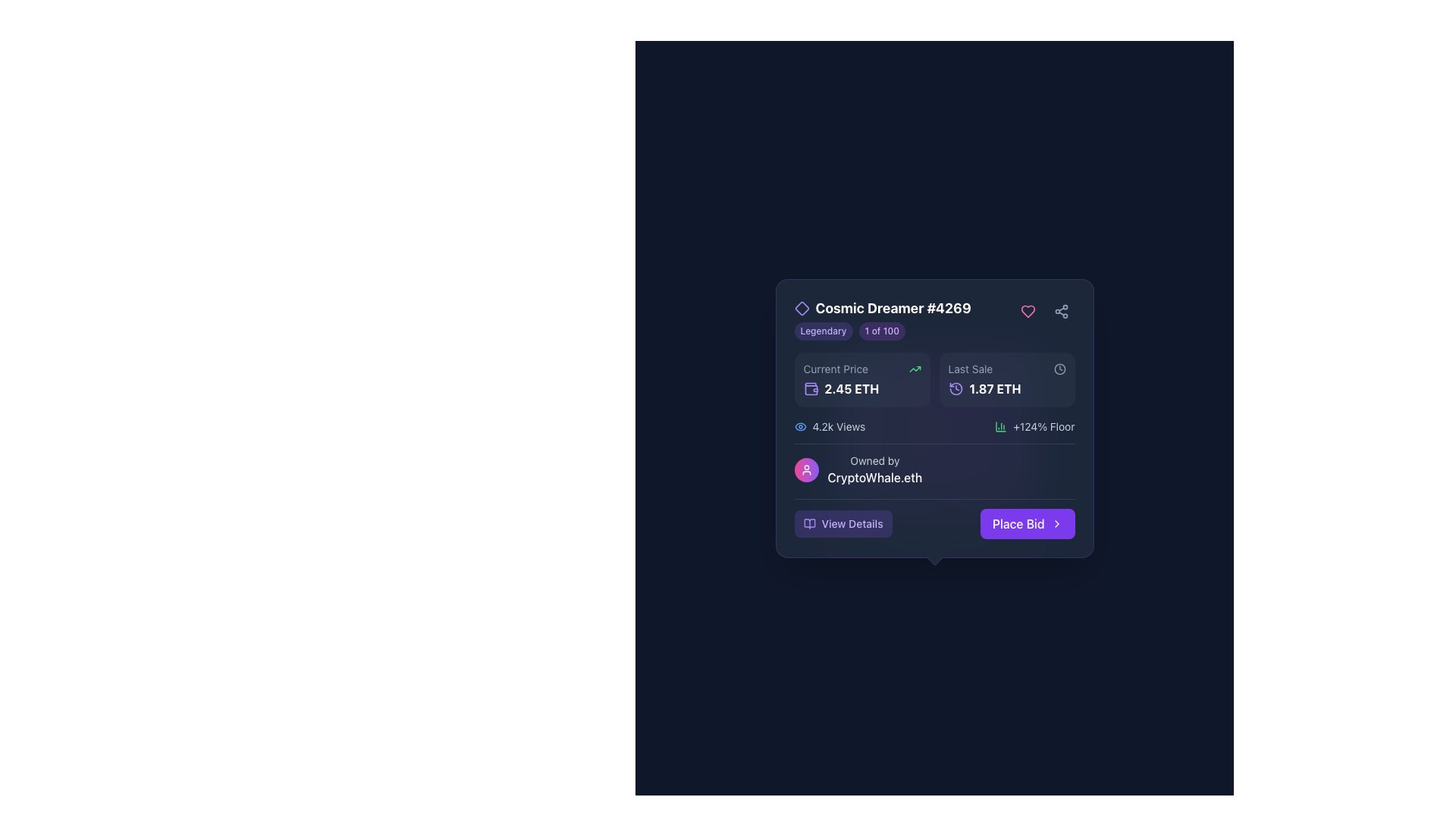 The height and width of the screenshot is (819, 1456). I want to click on the label that serves as a badge or descriptor located directly below the title 'Cosmic Dreamer #4269' within the highlighted card interface, so click(883, 330).